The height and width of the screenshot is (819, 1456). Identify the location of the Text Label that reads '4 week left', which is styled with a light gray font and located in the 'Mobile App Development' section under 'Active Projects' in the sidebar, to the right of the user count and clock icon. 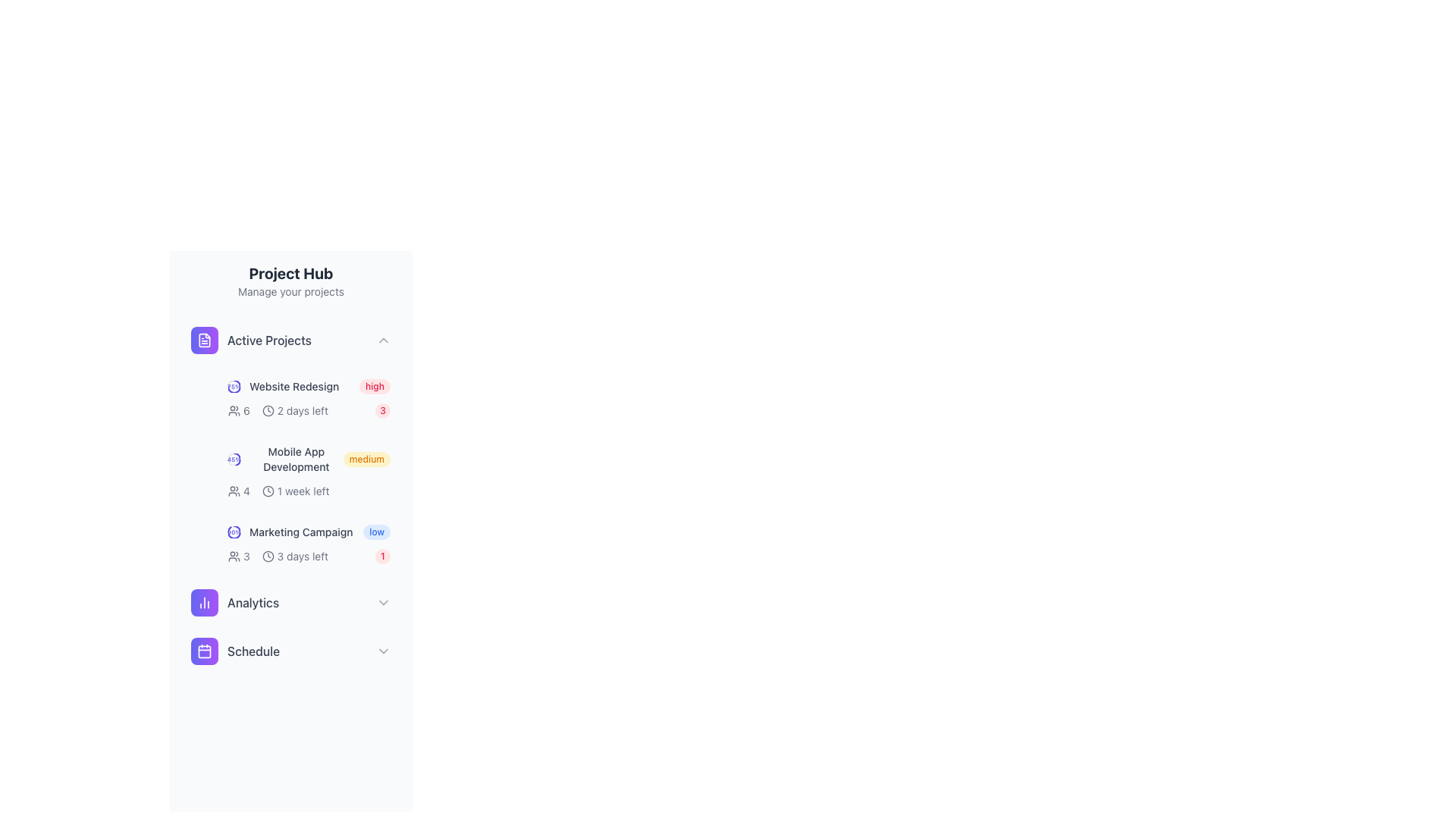
(278, 491).